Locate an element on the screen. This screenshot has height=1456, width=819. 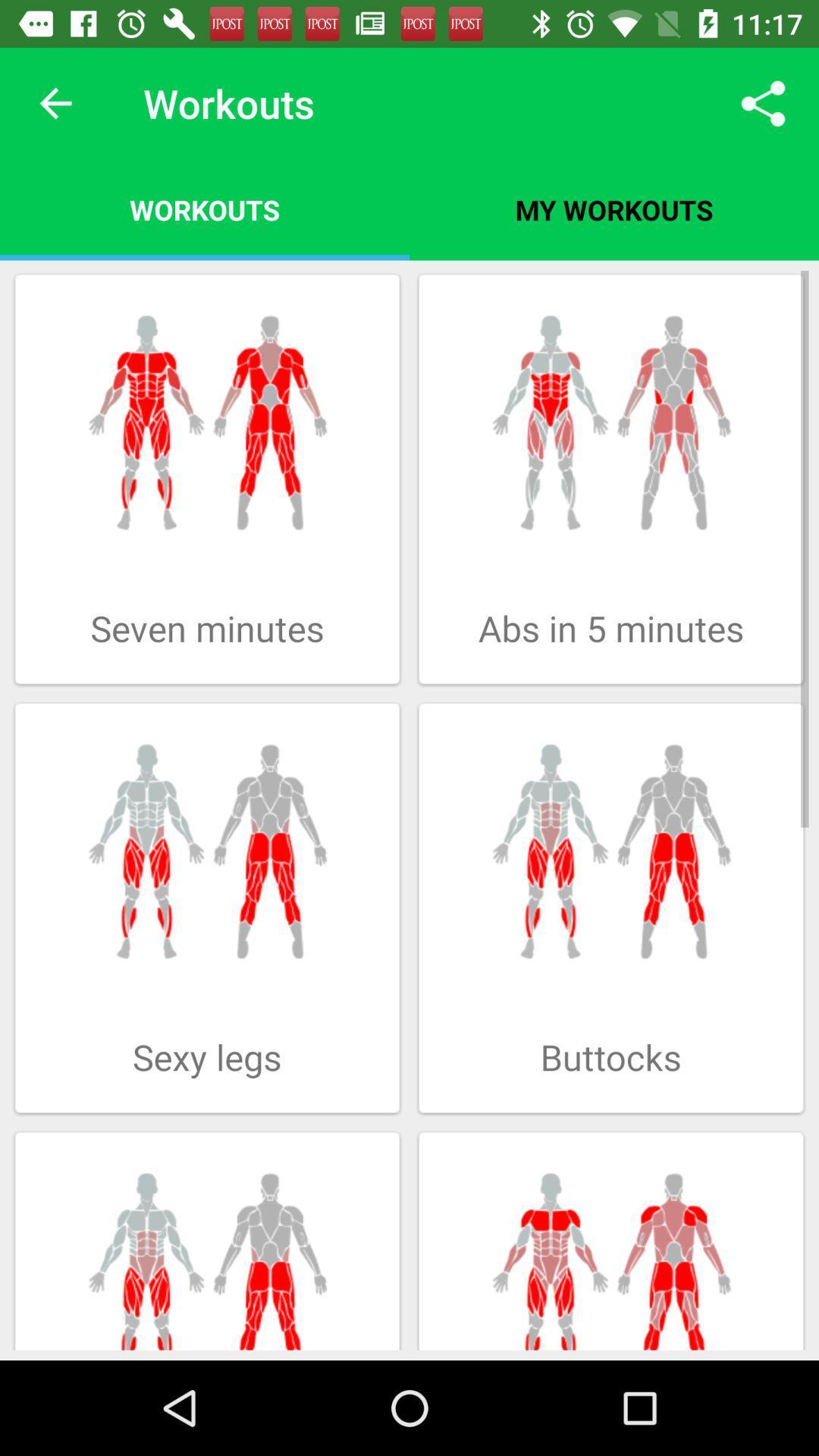
the app next to the workouts app is located at coordinates (763, 102).